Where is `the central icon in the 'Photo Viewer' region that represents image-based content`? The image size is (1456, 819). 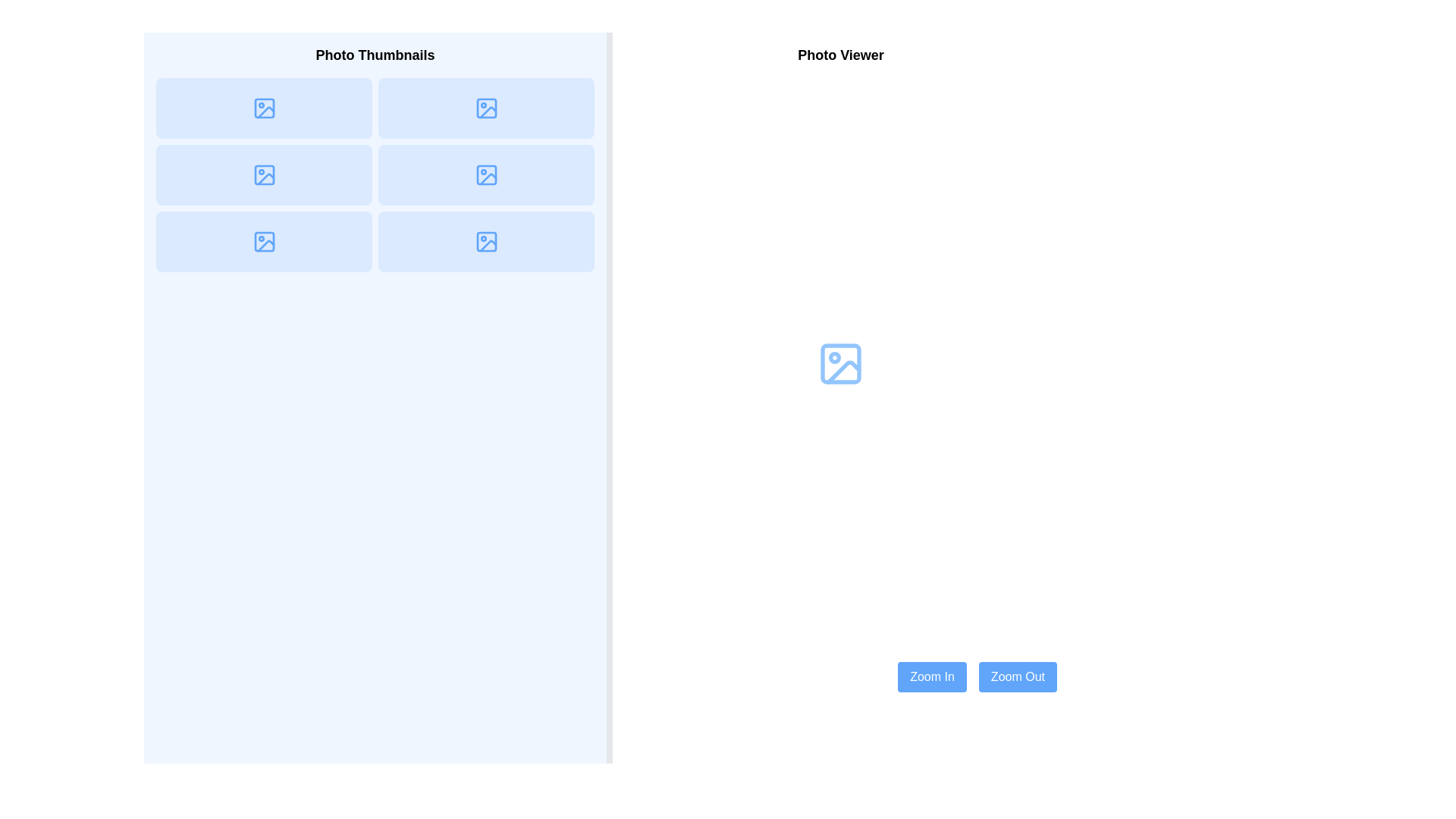
the central icon in the 'Photo Viewer' region that represents image-based content is located at coordinates (839, 363).